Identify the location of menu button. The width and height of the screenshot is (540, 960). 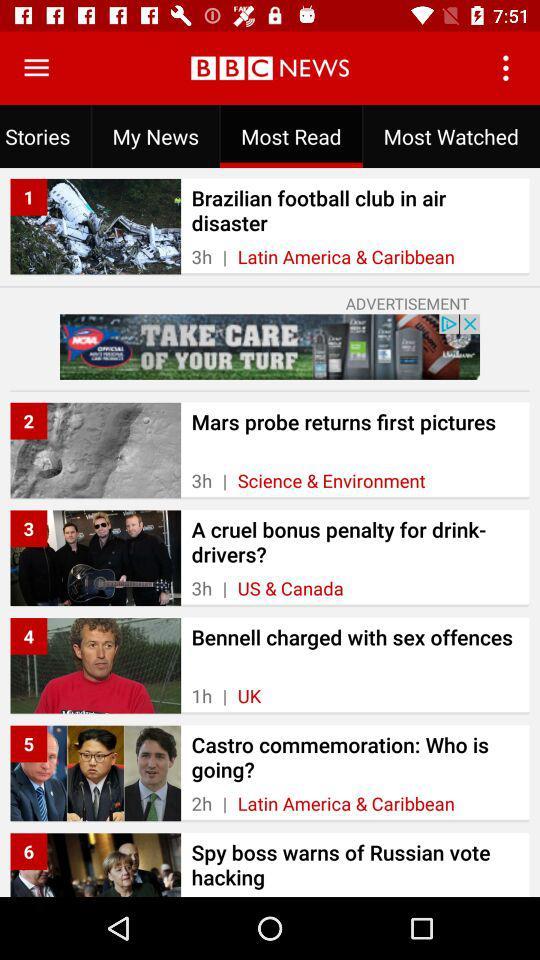
(36, 68).